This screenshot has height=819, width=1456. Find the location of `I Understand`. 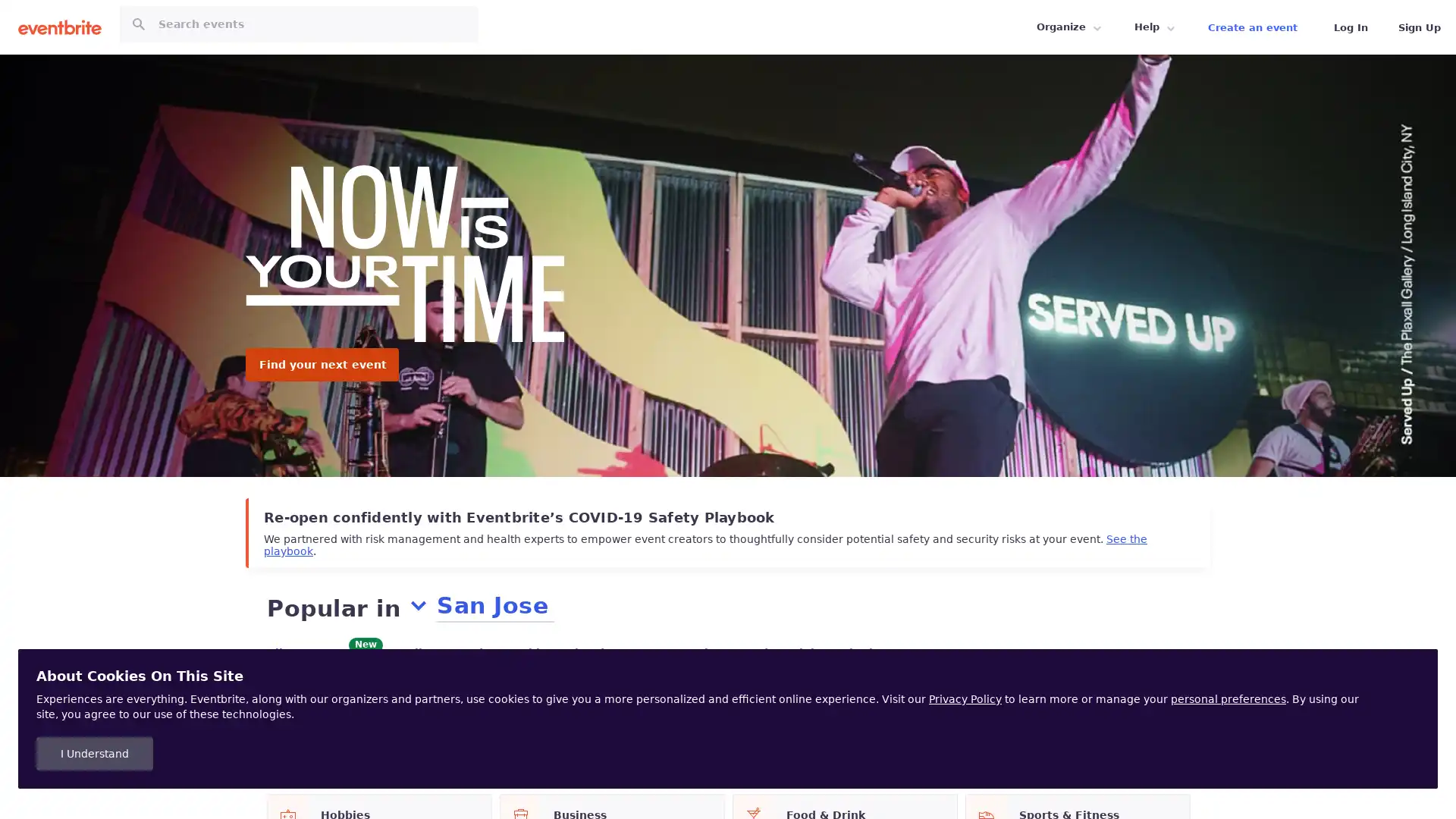

I Understand is located at coordinates (93, 754).